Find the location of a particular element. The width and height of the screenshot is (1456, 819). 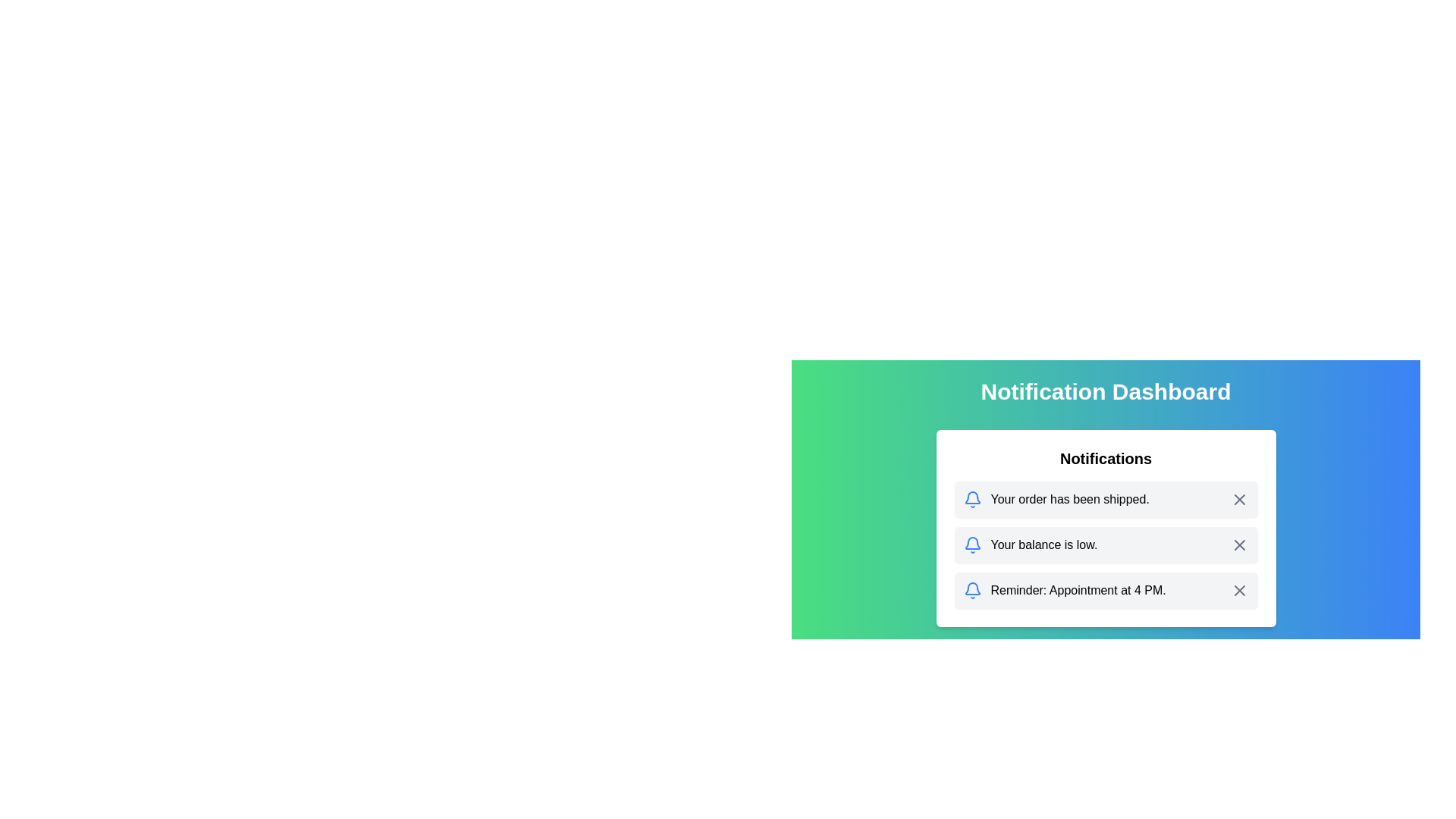

the close button (cross icon) located at the far right of the notification card containing the text 'Reminder: Appointment at 4 PM.' is located at coordinates (1239, 590).